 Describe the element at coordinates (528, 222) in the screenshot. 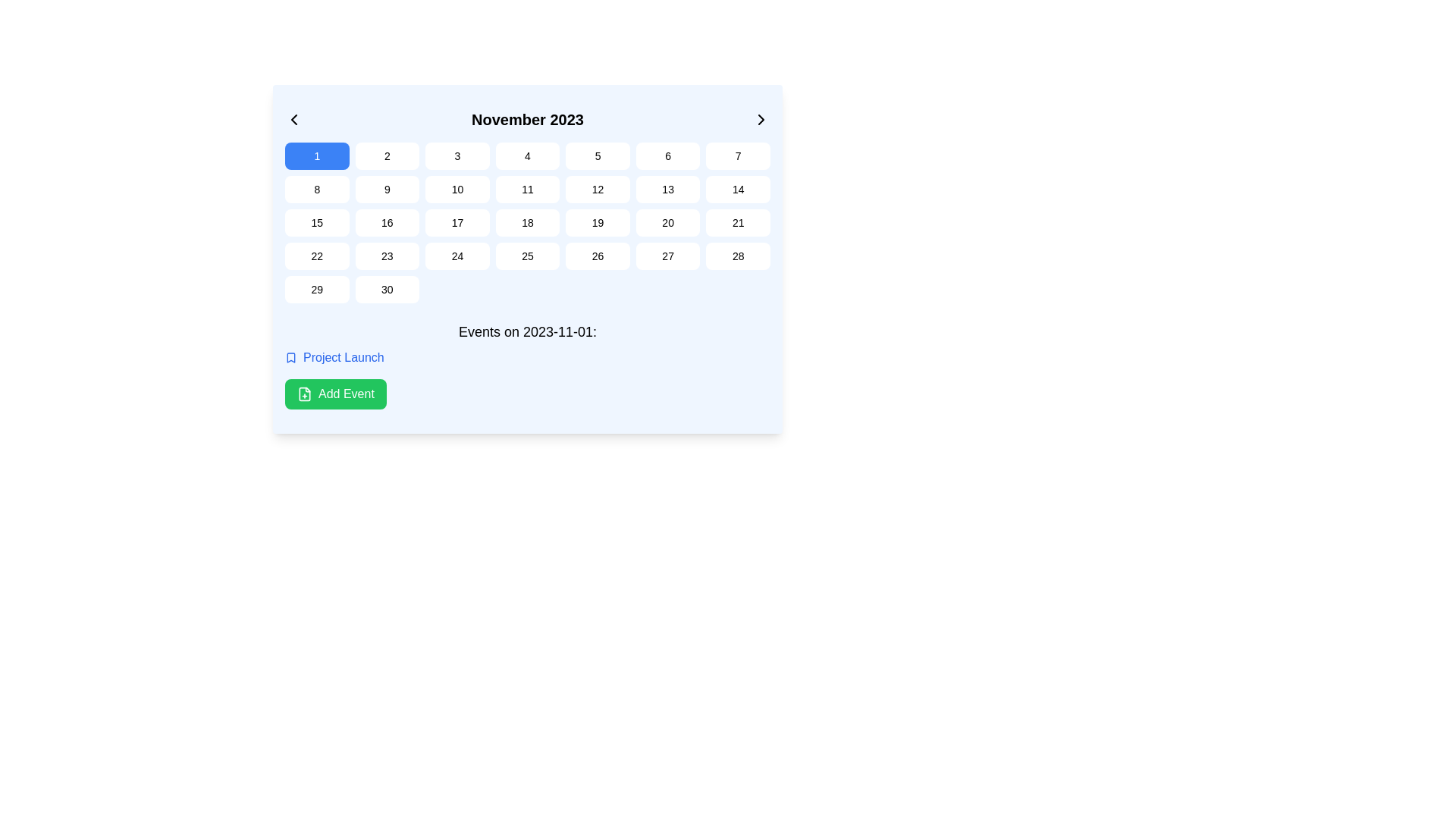

I see `the button labeled '18' with rounded corners and a white background, located in the fourth position of the third row in a calendar grid interface` at that location.